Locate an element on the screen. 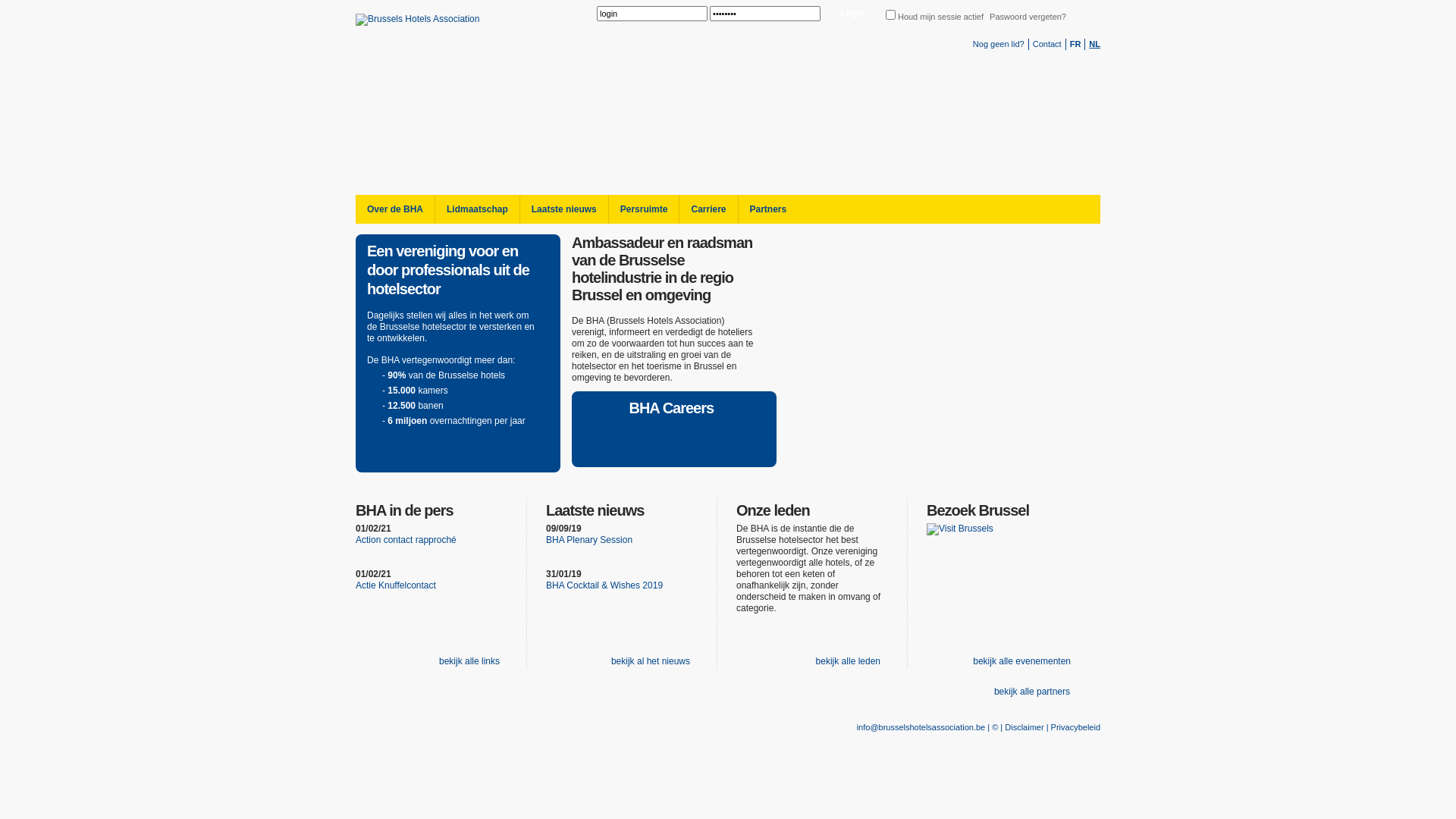 This screenshot has height=819, width=1456. 'bekijk alle evenementen' is located at coordinates (960, 661).